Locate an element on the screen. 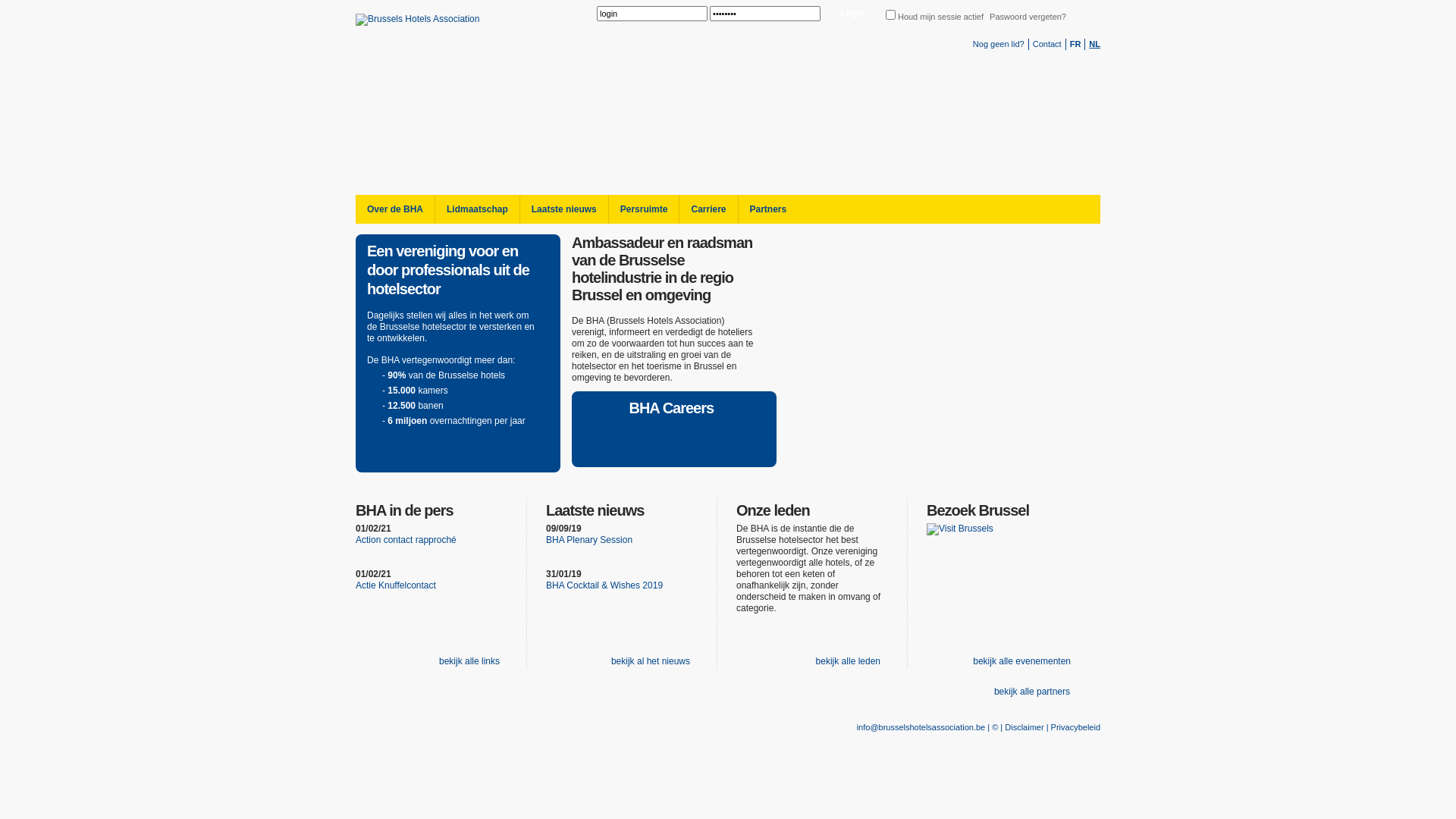 This screenshot has height=819, width=1456. 'bekijk alle evenementen' is located at coordinates (960, 661).